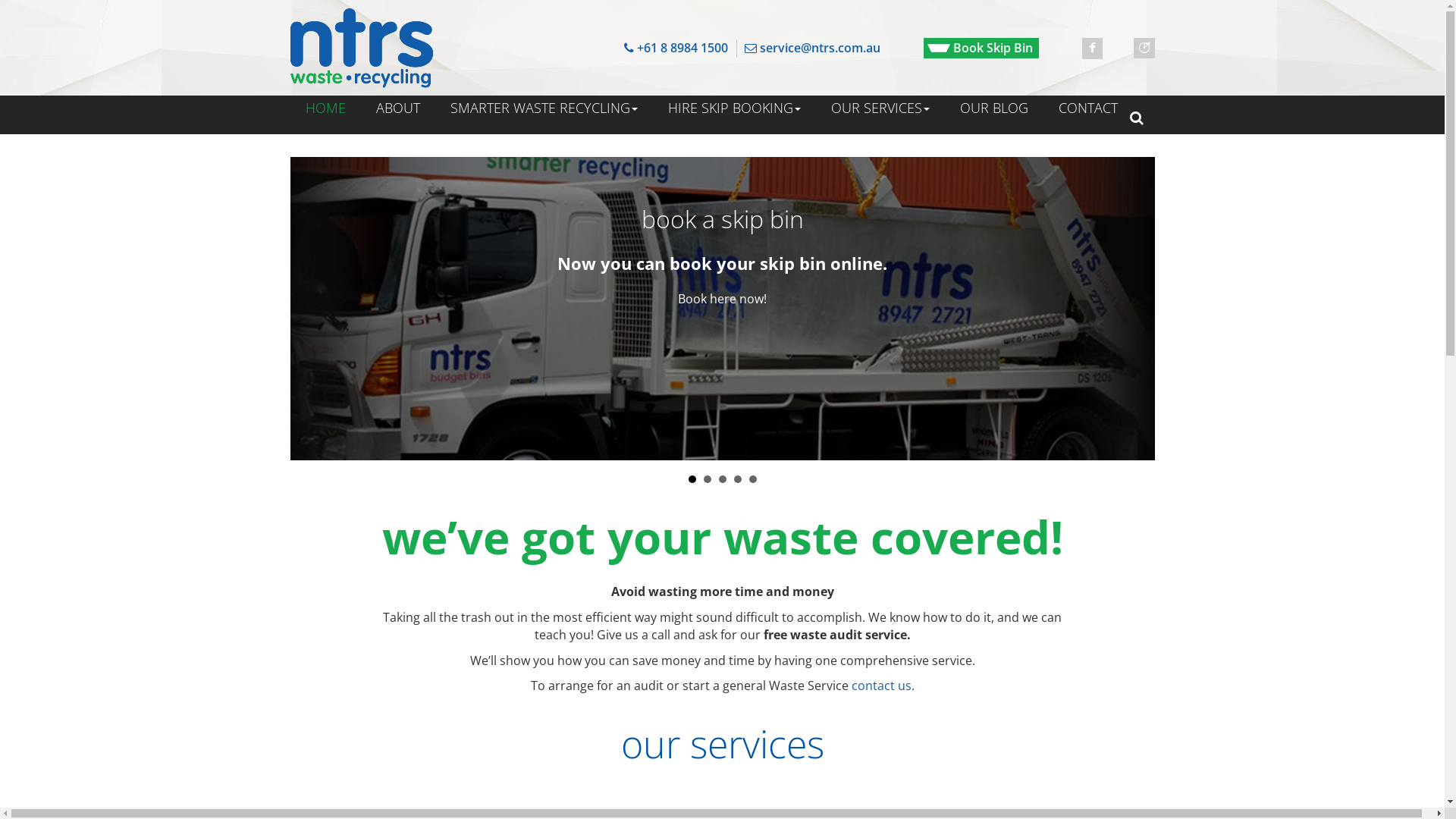  Describe the element at coordinates (360, 46) in the screenshot. I see `'ntrs'` at that location.